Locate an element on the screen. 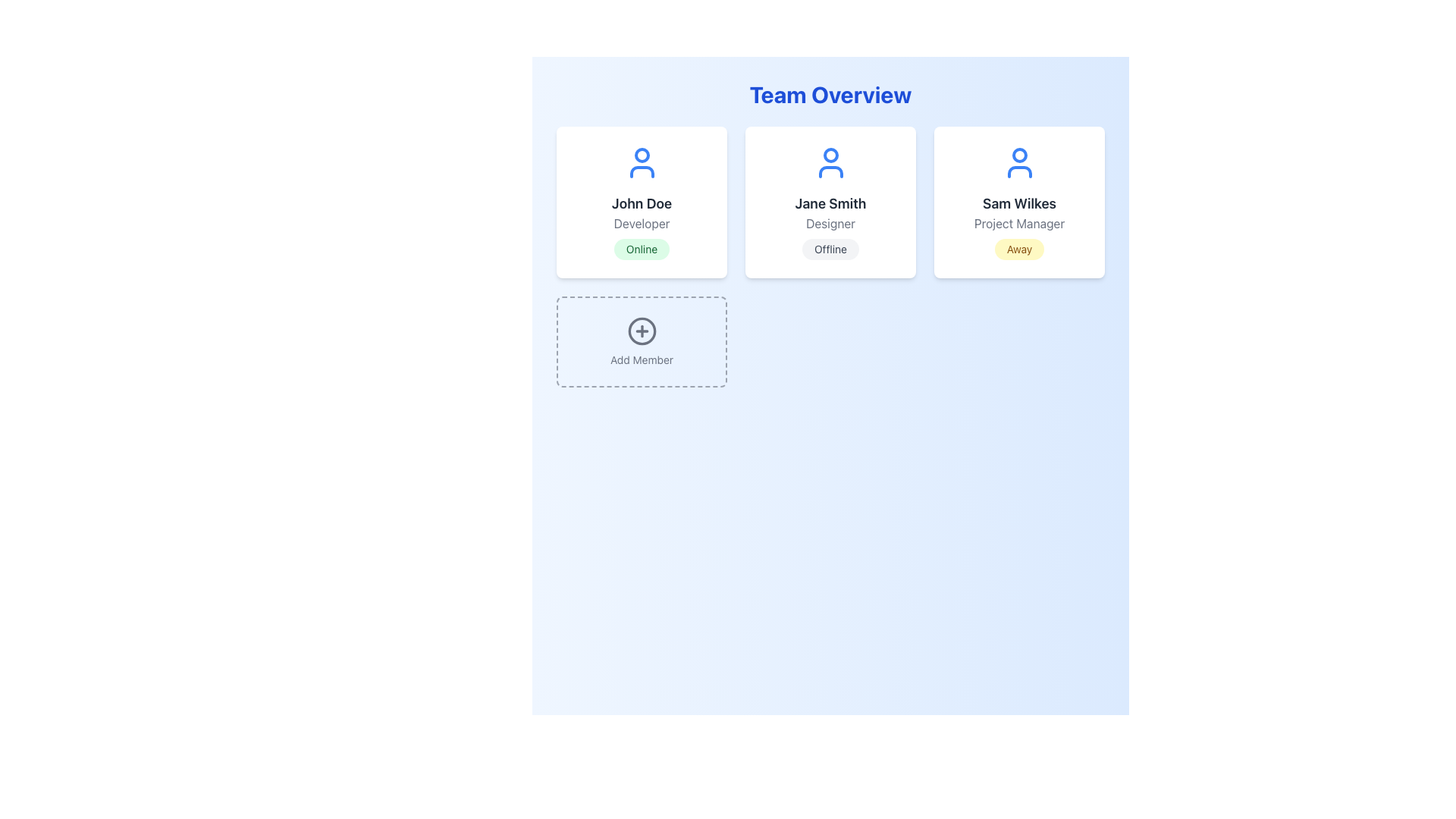 The image size is (1456, 819). the user profile icon with a blue outline, which is positioned above the title text of 'Sam Wilkes - Project Manager' is located at coordinates (1019, 163).